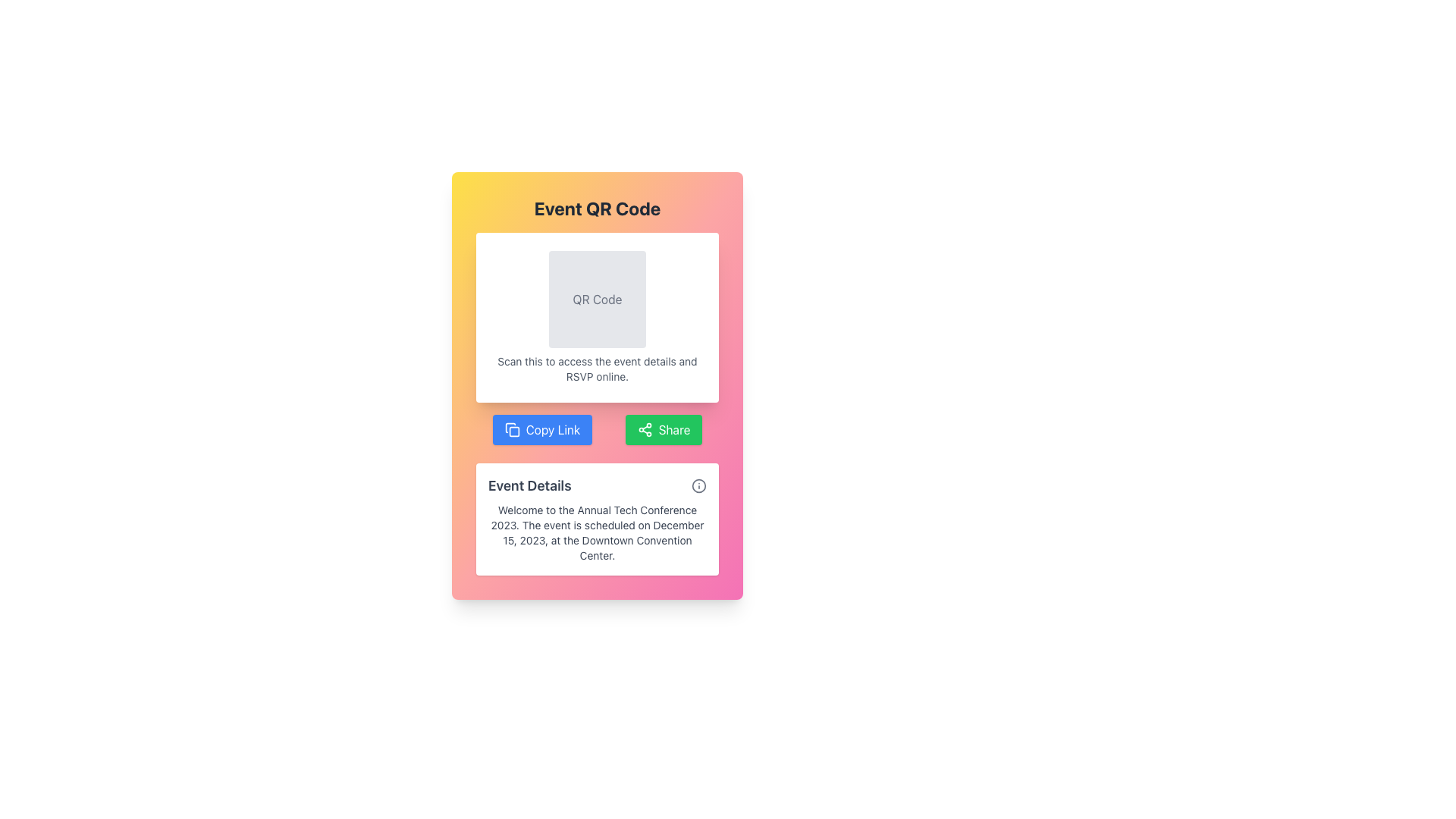 The width and height of the screenshot is (1456, 819). Describe the element at coordinates (698, 485) in the screenshot. I see `the central circular shape of the info icon located` at that location.